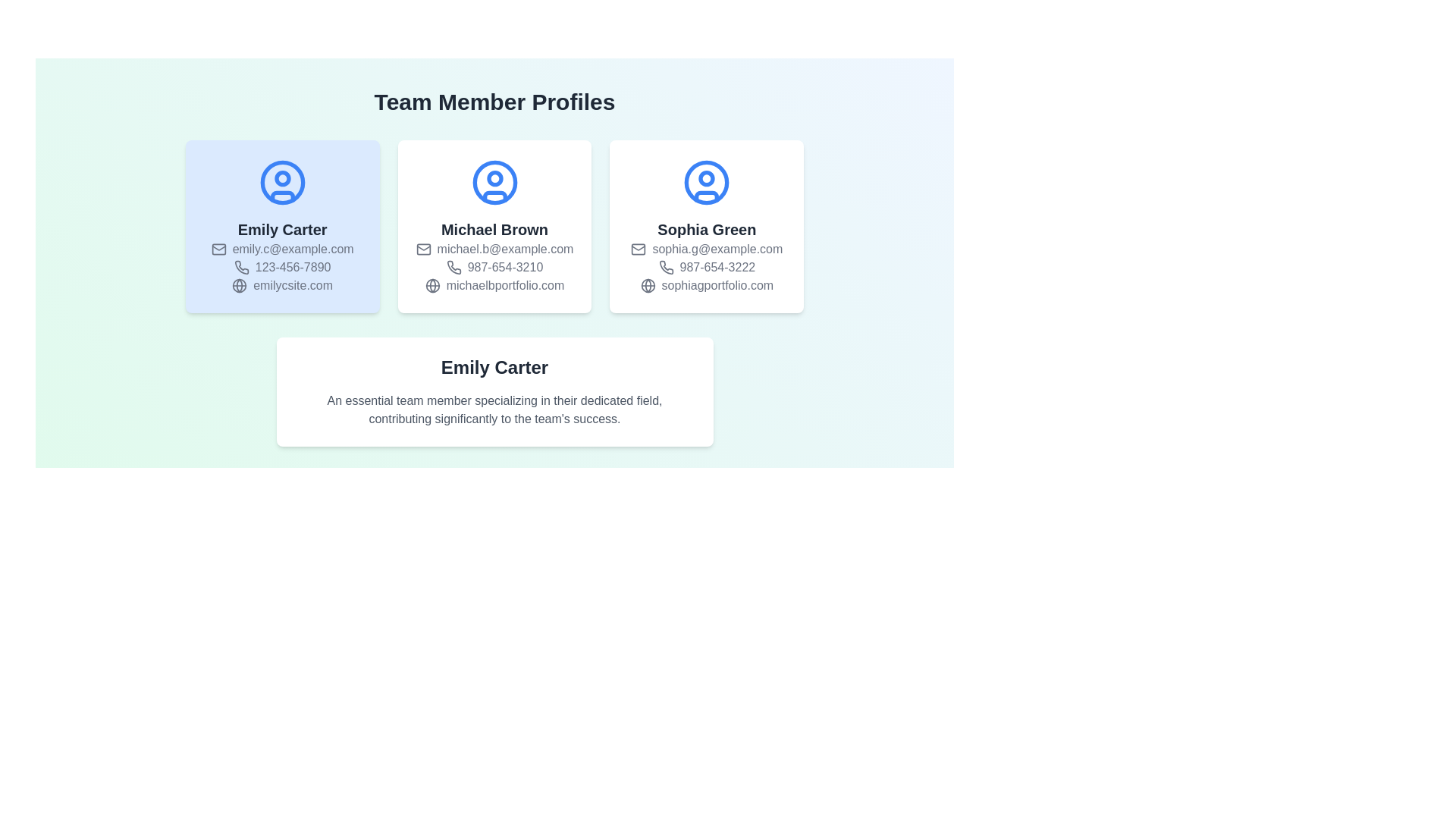 This screenshot has width=1456, height=819. Describe the element at coordinates (706, 267) in the screenshot. I see `phone number label with icon located in the contact card for Sophia Green, which appears in gray text alongside a small phone icon` at that location.